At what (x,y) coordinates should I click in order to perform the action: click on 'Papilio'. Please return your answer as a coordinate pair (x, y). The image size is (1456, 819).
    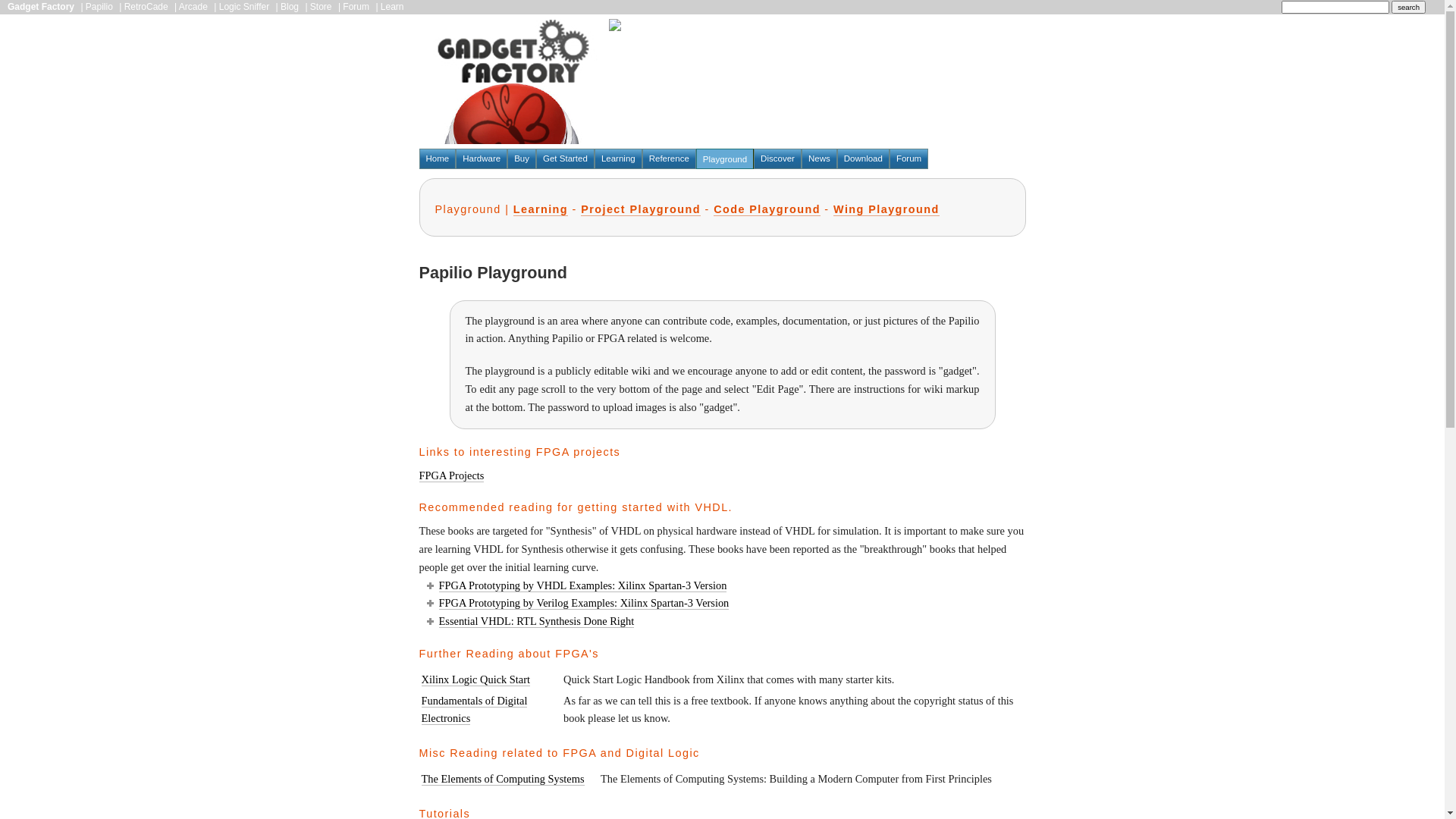
    Looking at the image, I should click on (98, 6).